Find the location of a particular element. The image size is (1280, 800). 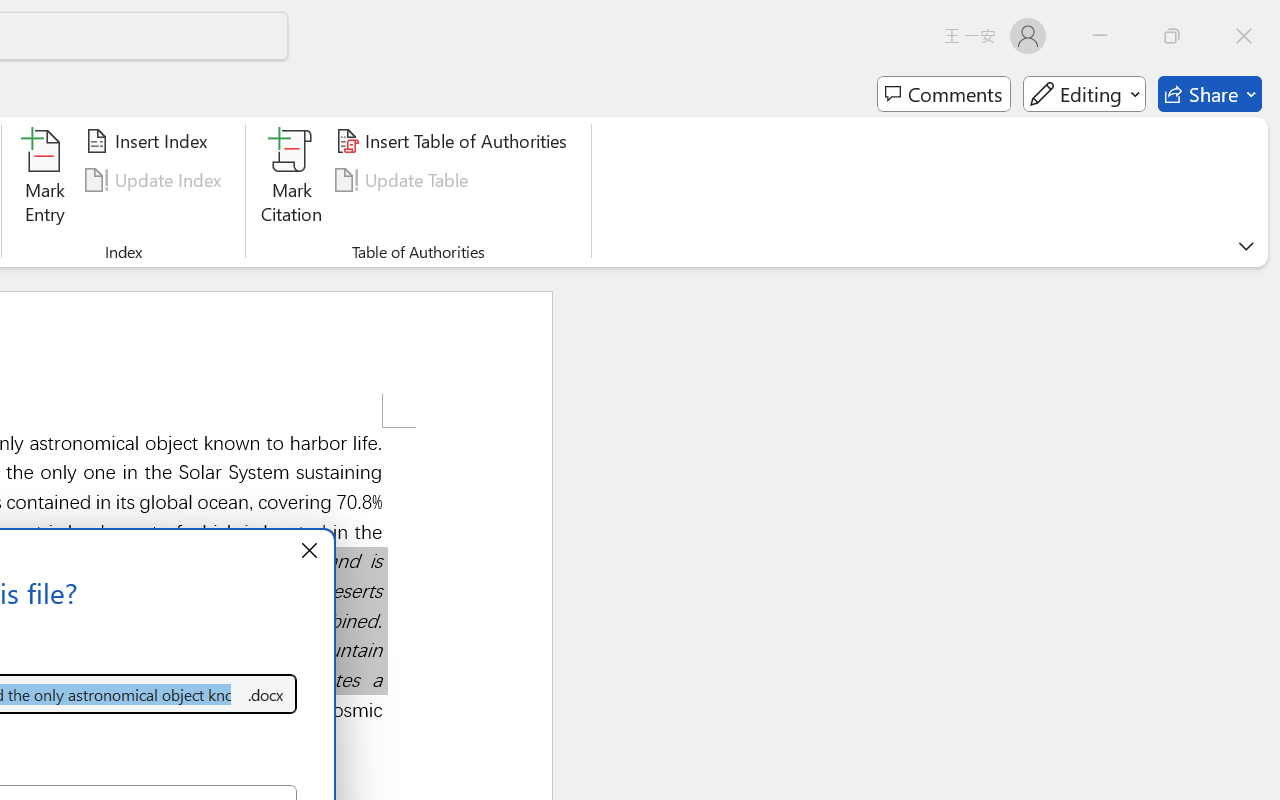

'Save as type' is located at coordinates (264, 694).